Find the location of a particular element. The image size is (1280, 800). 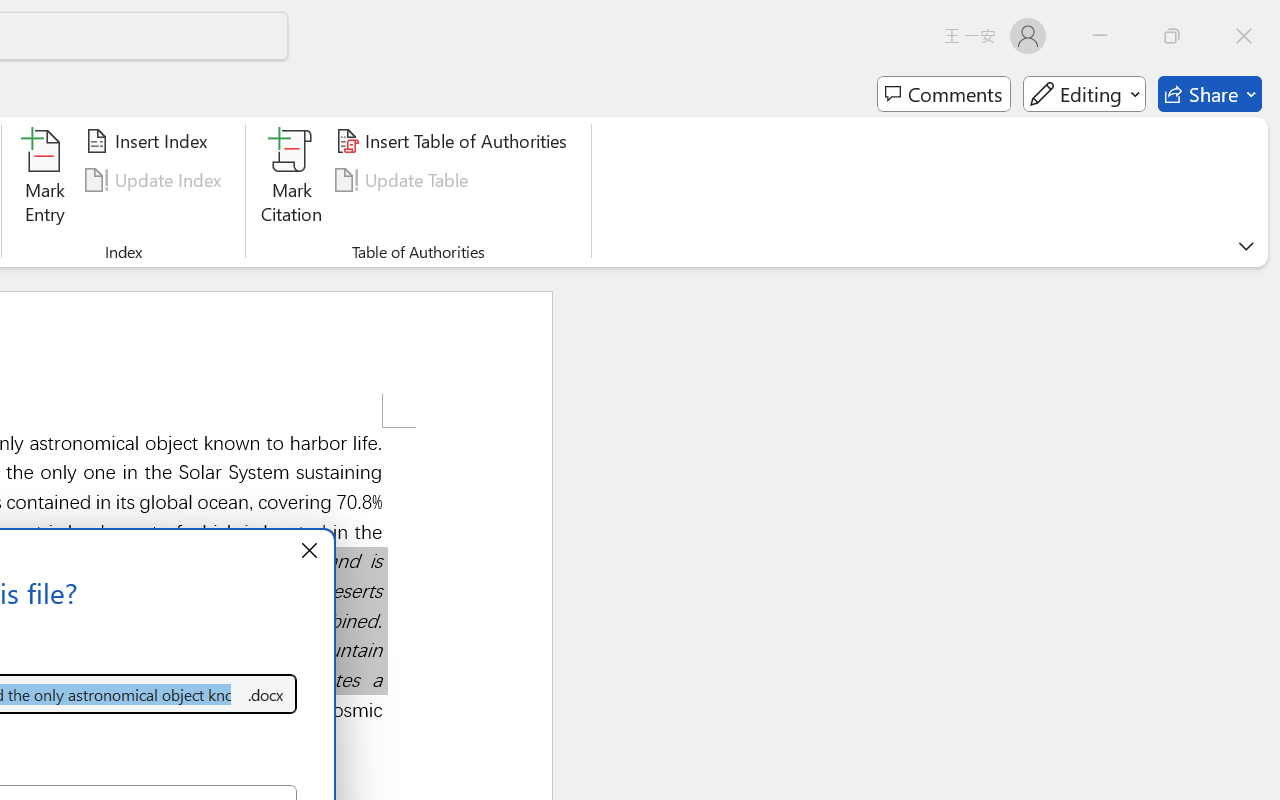

'Save as type' is located at coordinates (264, 694).